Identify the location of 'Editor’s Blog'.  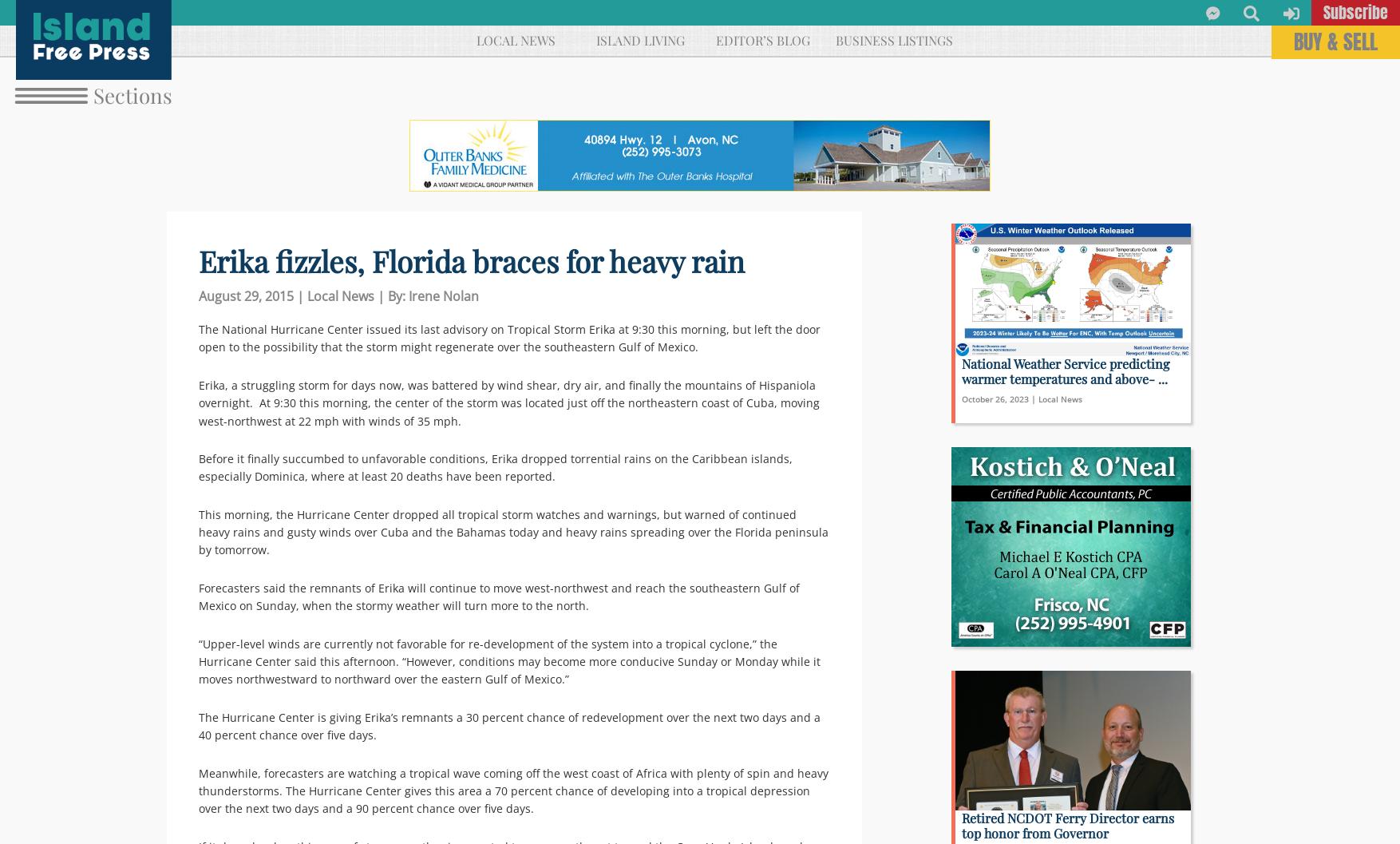
(714, 40).